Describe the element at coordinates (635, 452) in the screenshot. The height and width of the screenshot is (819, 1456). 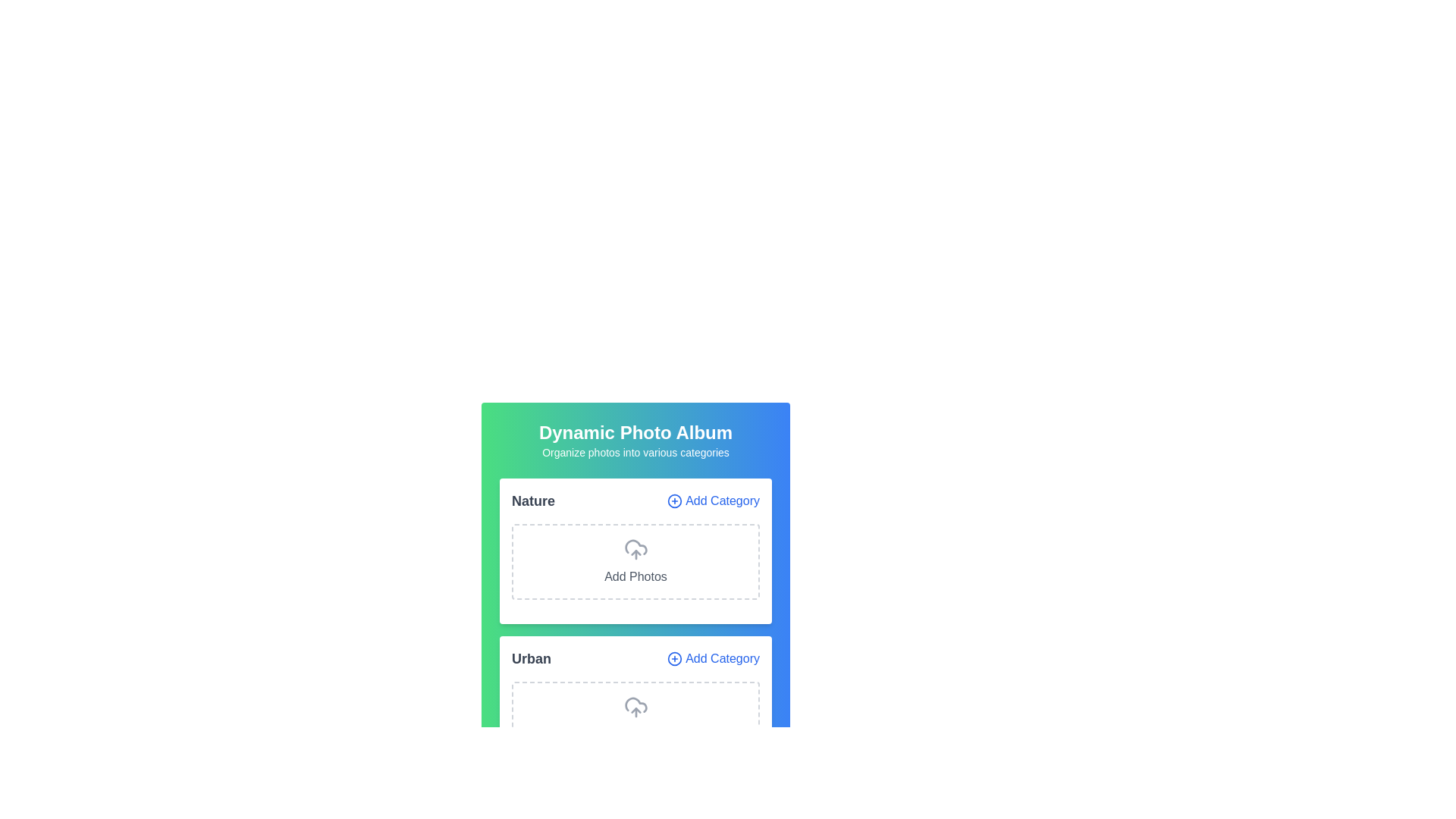
I see `the static text label that serves as a descriptive subtitle below the heading 'Dynamic Photo Album'` at that location.